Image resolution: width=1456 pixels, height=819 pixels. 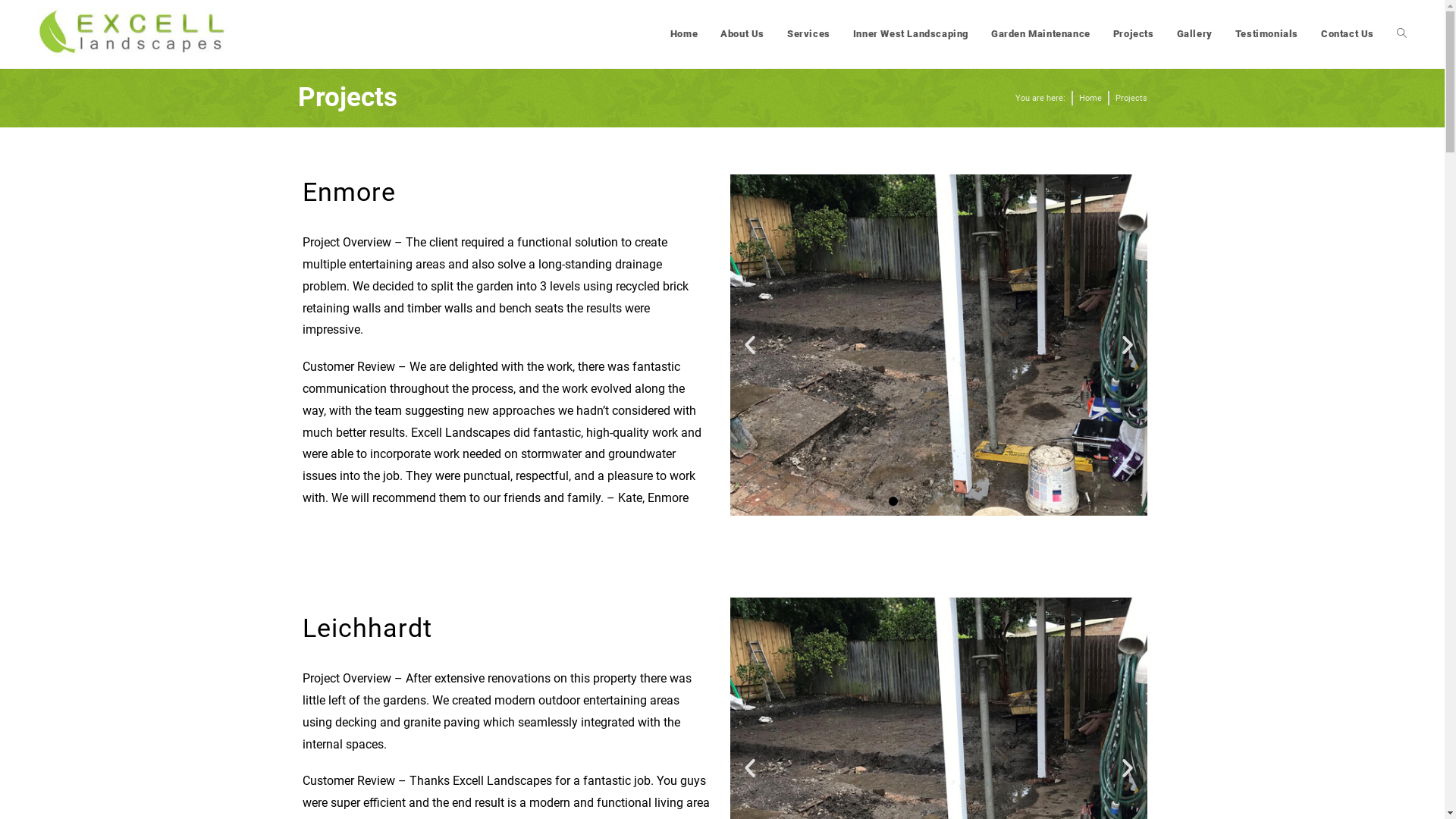 I want to click on 'Home', so click(x=683, y=34).